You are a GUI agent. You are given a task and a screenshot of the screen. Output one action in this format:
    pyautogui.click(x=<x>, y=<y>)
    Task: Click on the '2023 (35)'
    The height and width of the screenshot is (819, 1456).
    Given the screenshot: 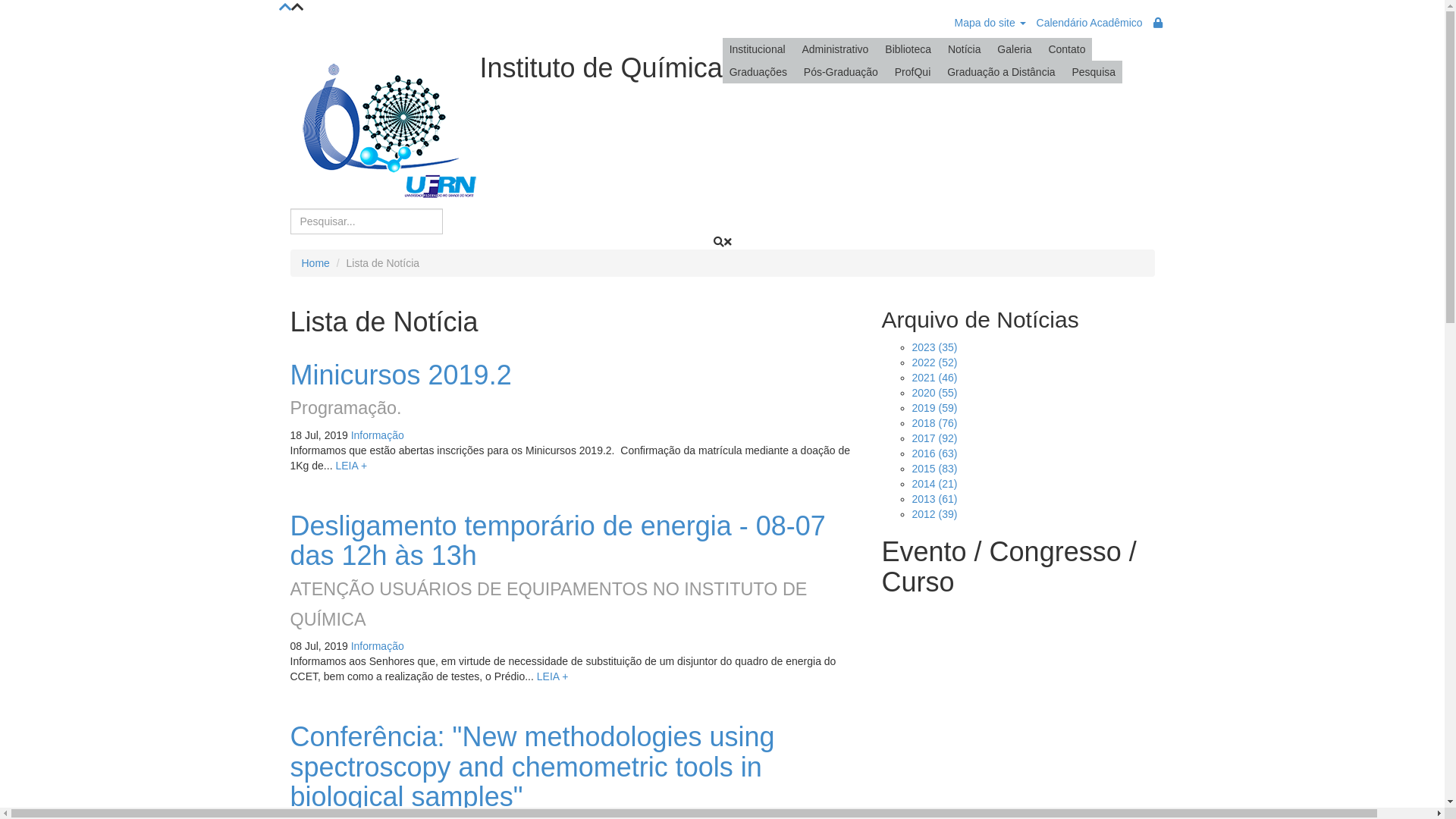 What is the action you would take?
    pyautogui.click(x=934, y=347)
    